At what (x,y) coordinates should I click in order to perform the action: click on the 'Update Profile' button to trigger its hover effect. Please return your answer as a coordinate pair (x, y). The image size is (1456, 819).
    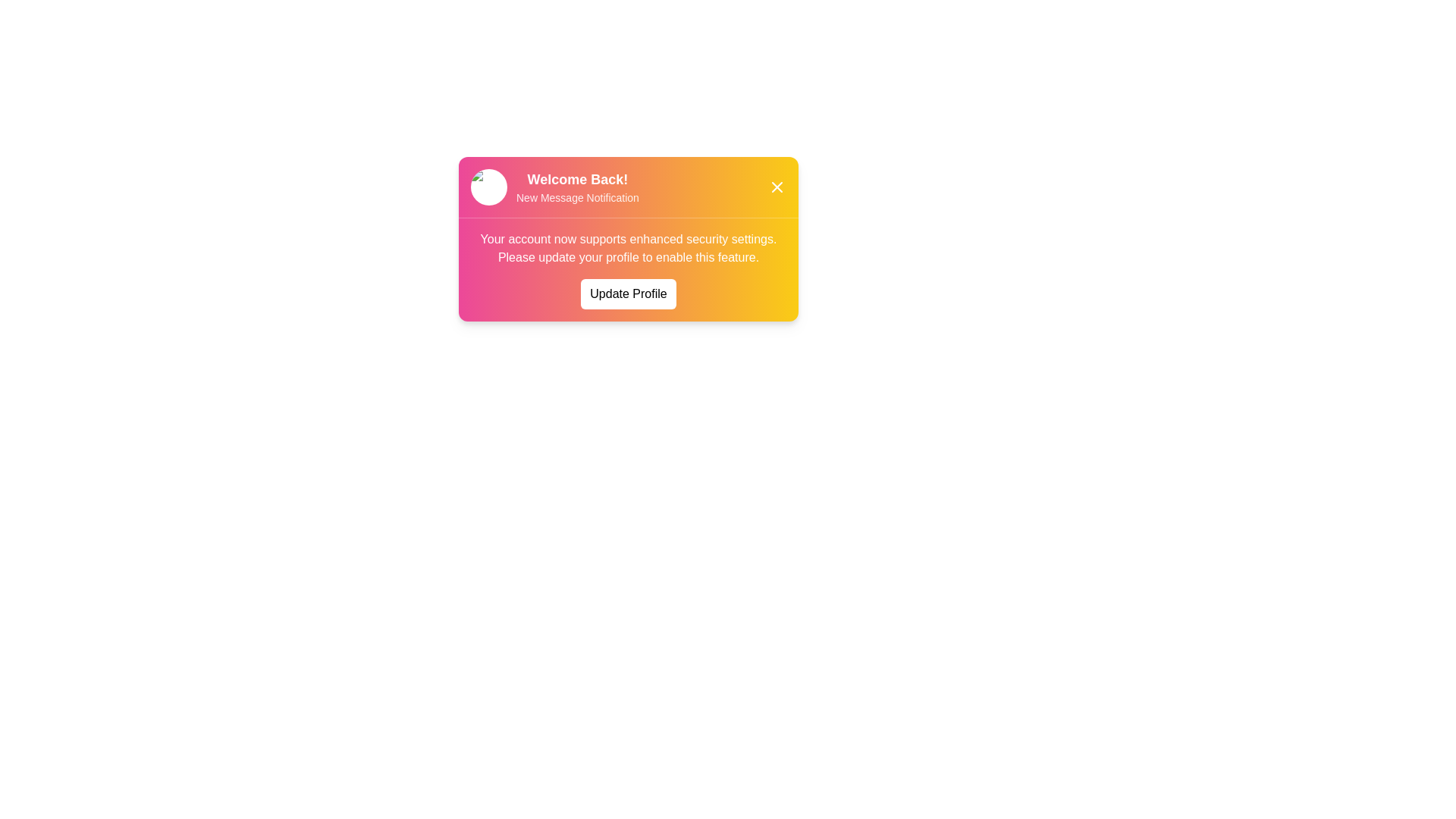
    Looking at the image, I should click on (629, 294).